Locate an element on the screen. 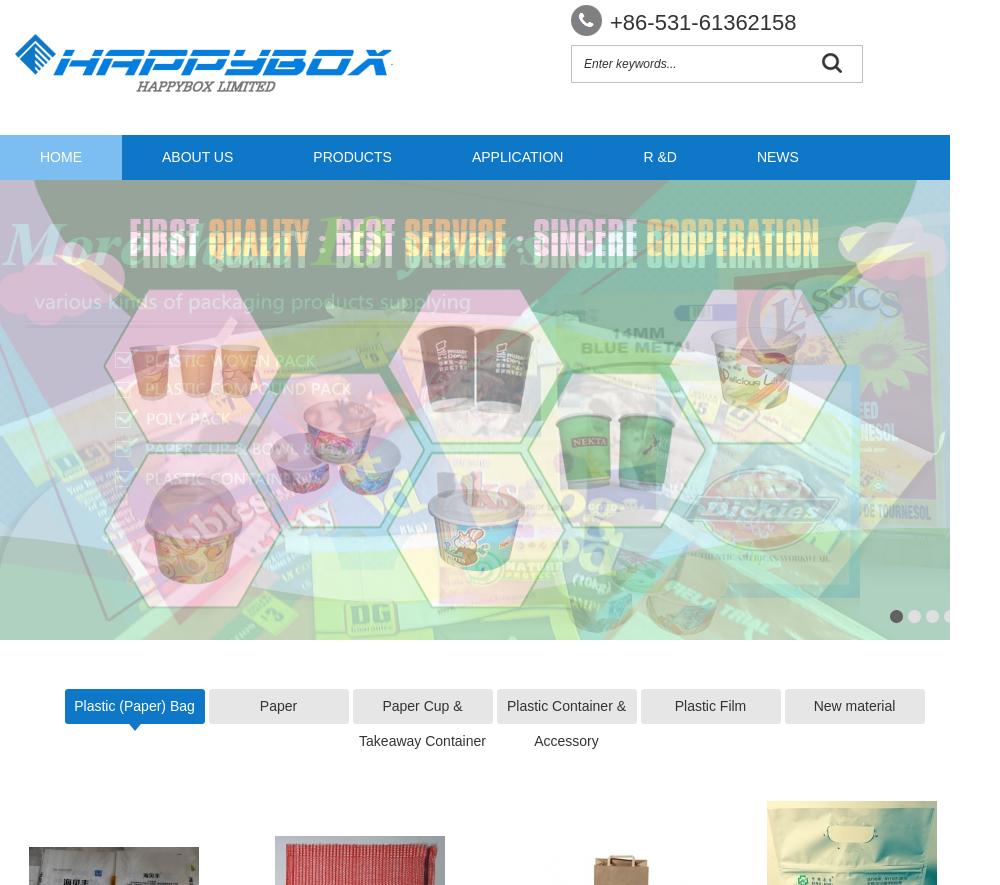 The width and height of the screenshot is (1000, 885). 'Plastic (Paper) Bag' is located at coordinates (73, 704).